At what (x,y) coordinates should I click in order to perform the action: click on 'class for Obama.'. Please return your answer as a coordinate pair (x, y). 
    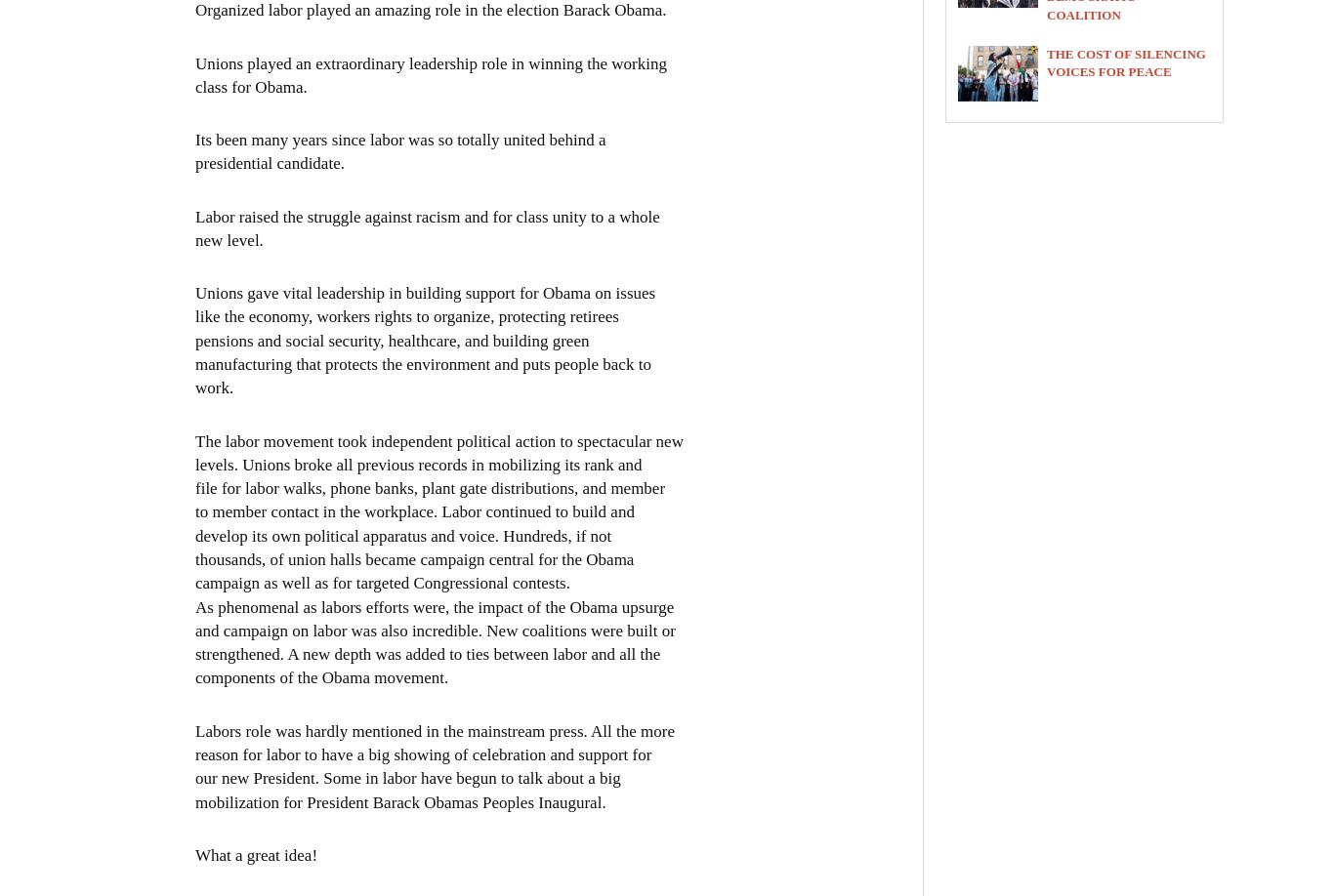
    Looking at the image, I should click on (193, 85).